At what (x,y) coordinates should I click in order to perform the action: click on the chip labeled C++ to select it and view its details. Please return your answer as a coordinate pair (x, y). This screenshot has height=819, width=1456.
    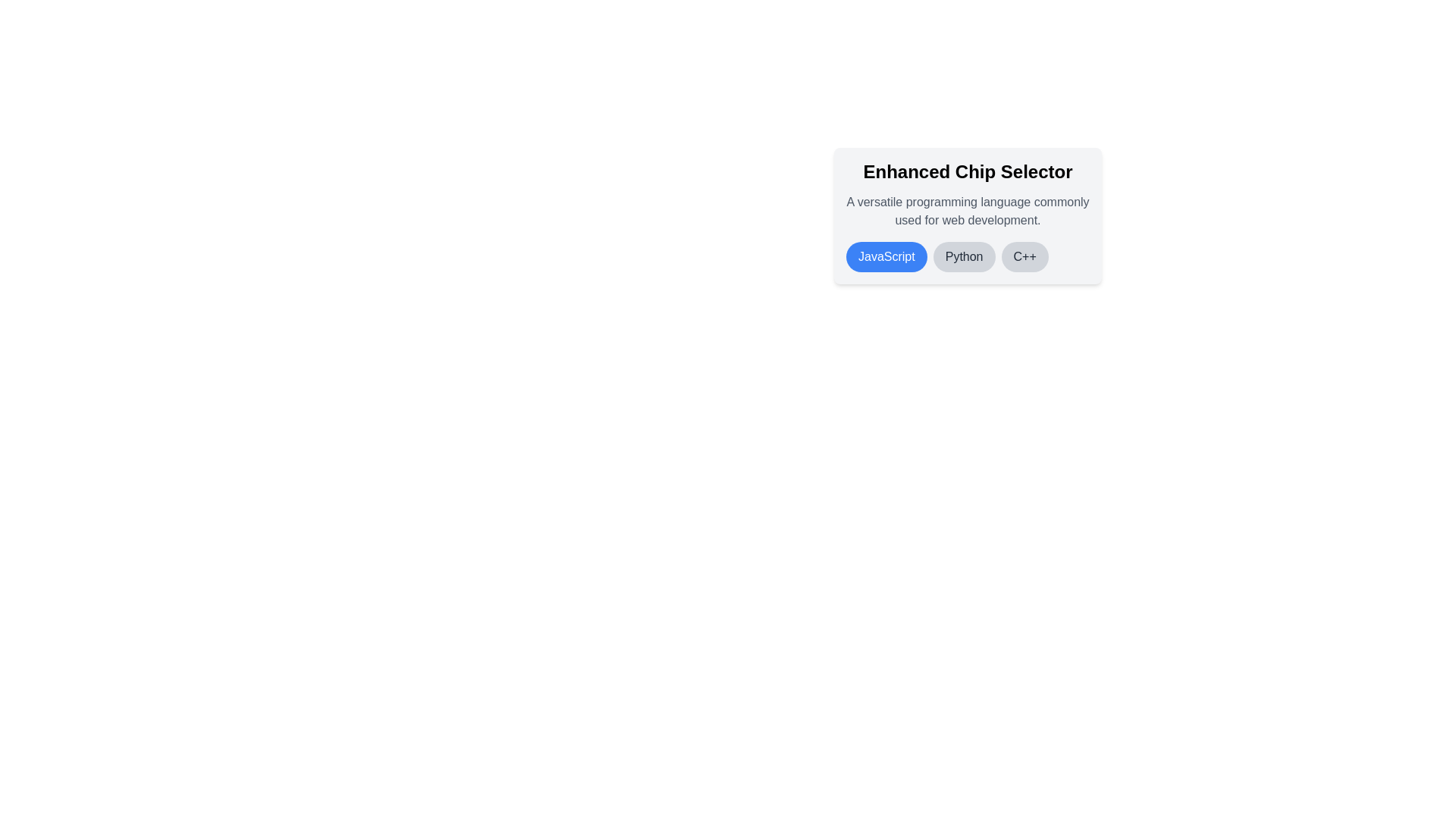
    Looking at the image, I should click on (1025, 256).